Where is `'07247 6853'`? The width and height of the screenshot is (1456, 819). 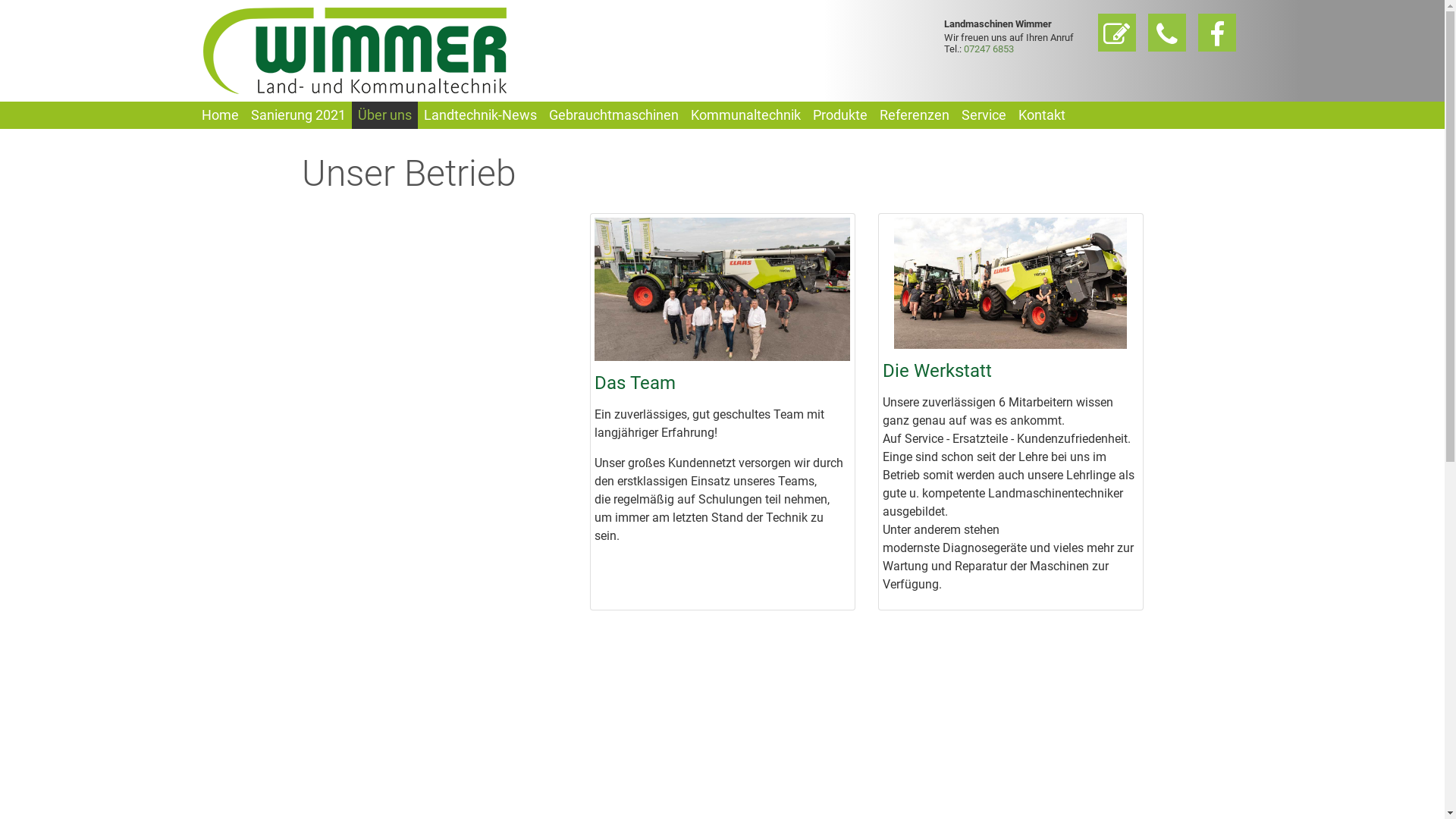 '07247 6853' is located at coordinates (987, 48).